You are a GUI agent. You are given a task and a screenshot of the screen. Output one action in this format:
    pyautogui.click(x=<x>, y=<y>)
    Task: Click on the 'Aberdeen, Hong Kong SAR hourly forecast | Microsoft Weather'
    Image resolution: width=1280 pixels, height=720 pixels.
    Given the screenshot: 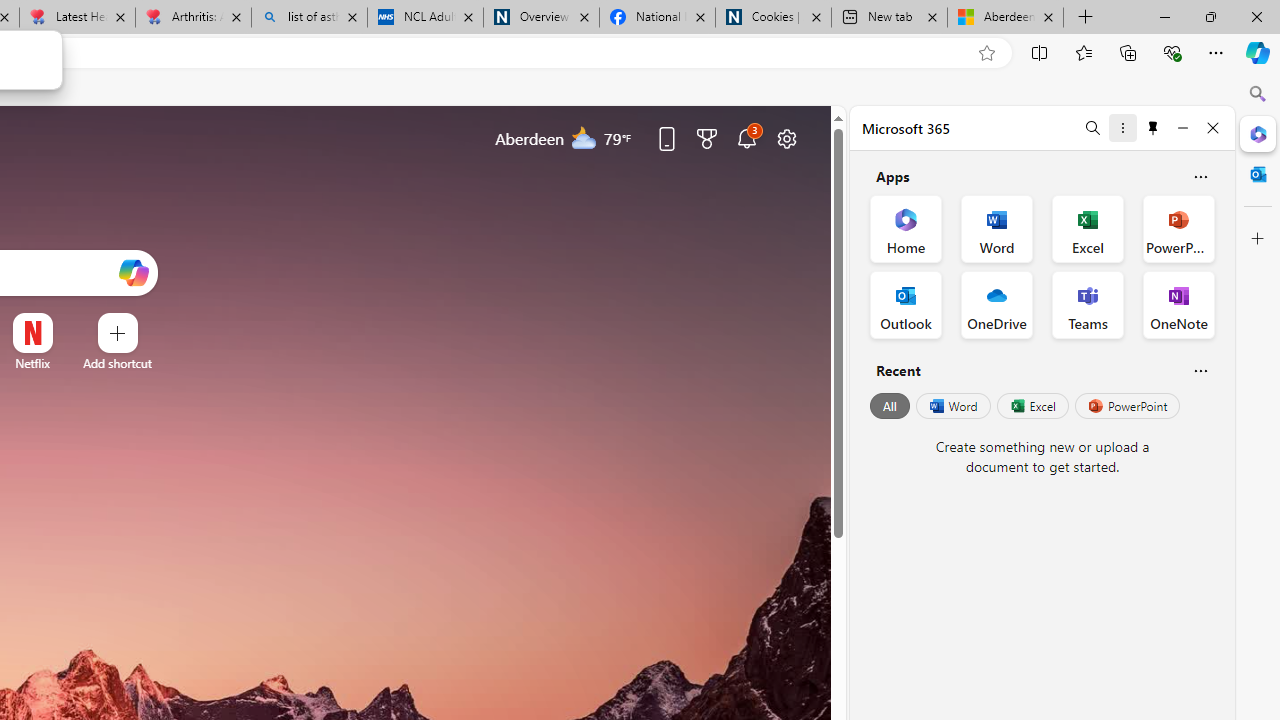 What is the action you would take?
    pyautogui.click(x=1006, y=17)
    